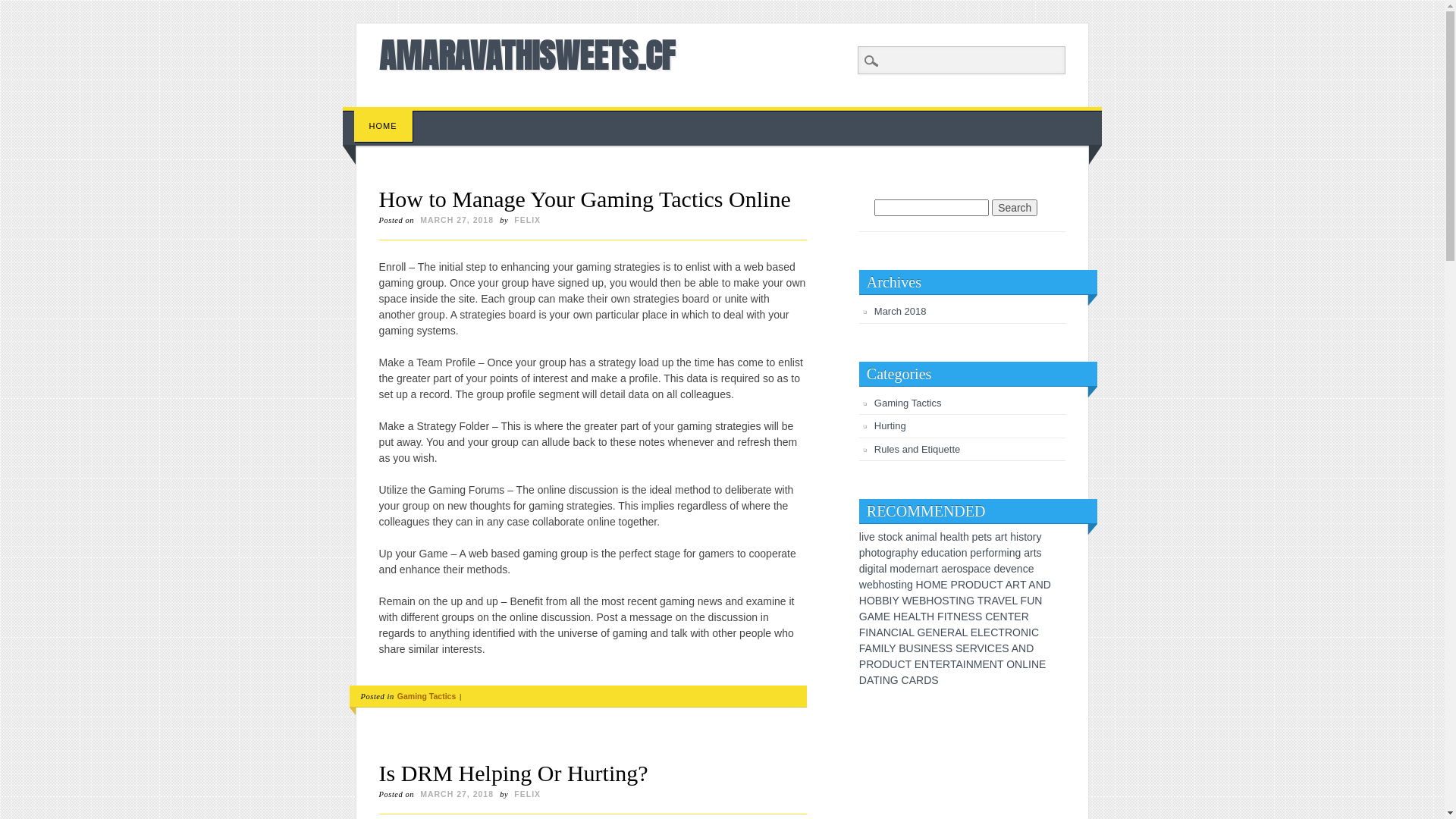 This screenshot has width=1456, height=819. I want to click on 'N', so click(1035, 584).